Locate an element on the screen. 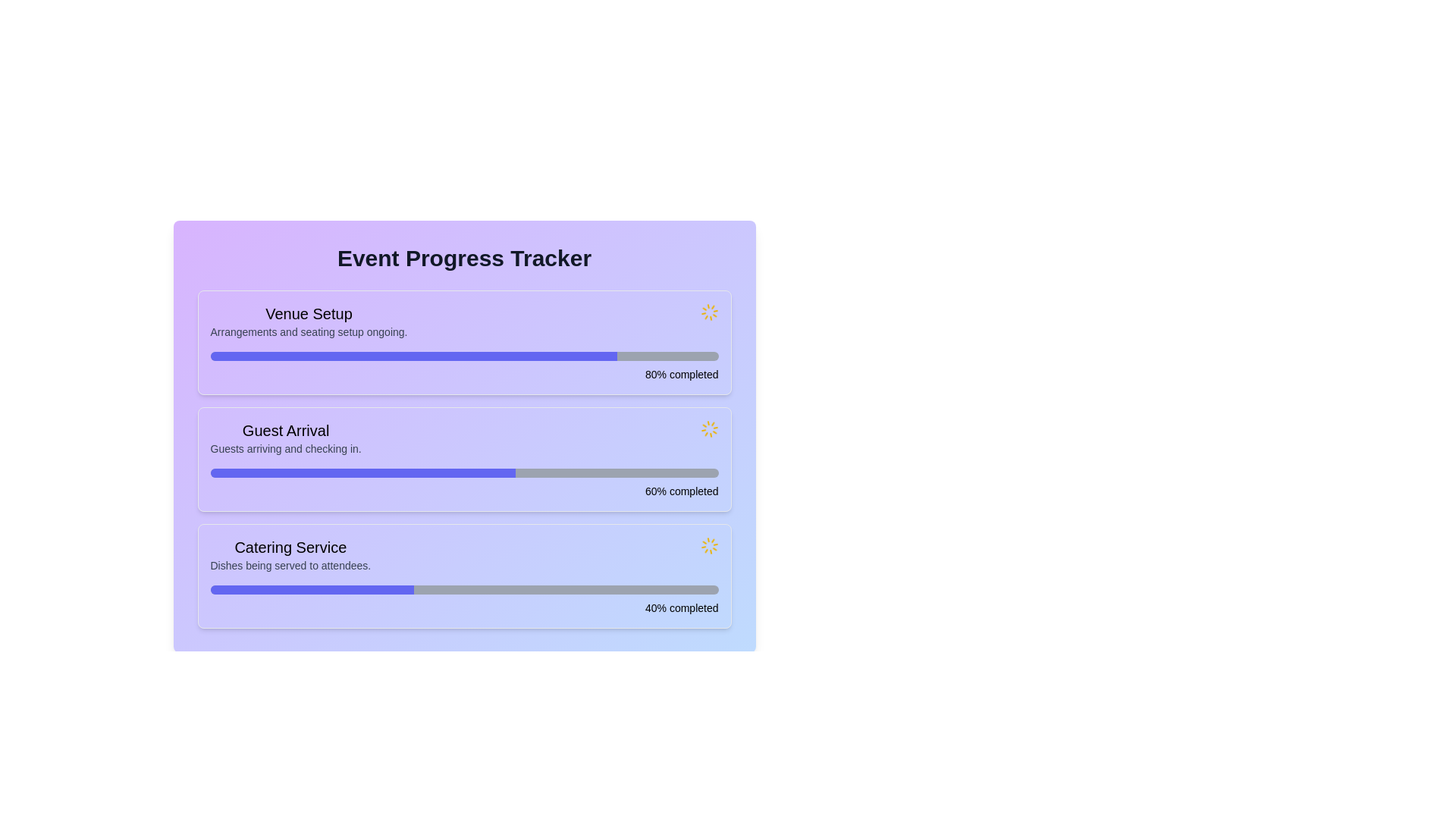 The width and height of the screenshot is (1456, 819). the visual fill of the progress bar indicating 40% completion, which is styled in gray with a blue segment, located within the 'Catering Service' card under 'Dishes being served to attendees.' is located at coordinates (463, 589).